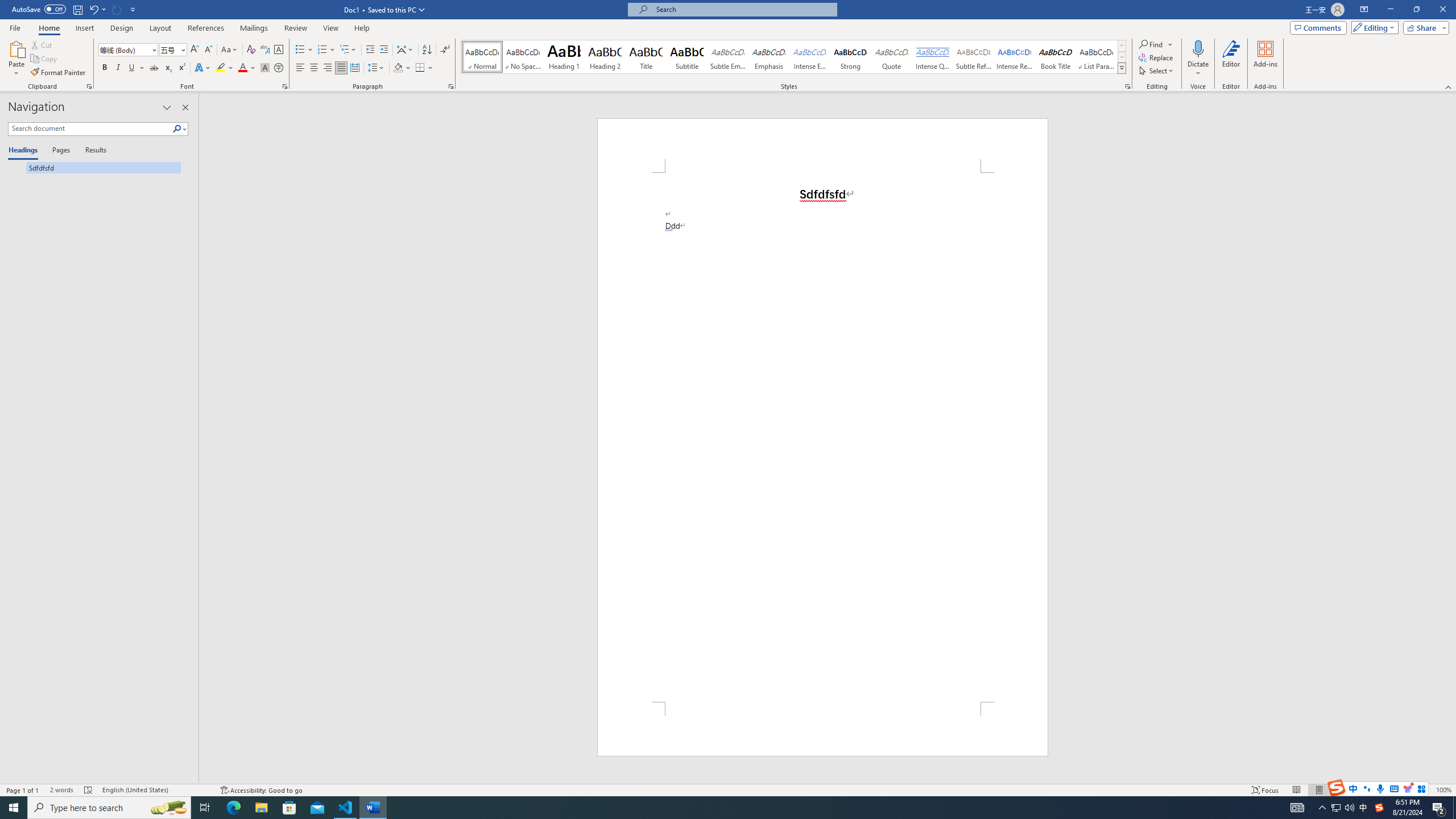 Image resolution: width=1456 pixels, height=819 pixels. Describe the element at coordinates (361, 28) in the screenshot. I see `'Help'` at that location.